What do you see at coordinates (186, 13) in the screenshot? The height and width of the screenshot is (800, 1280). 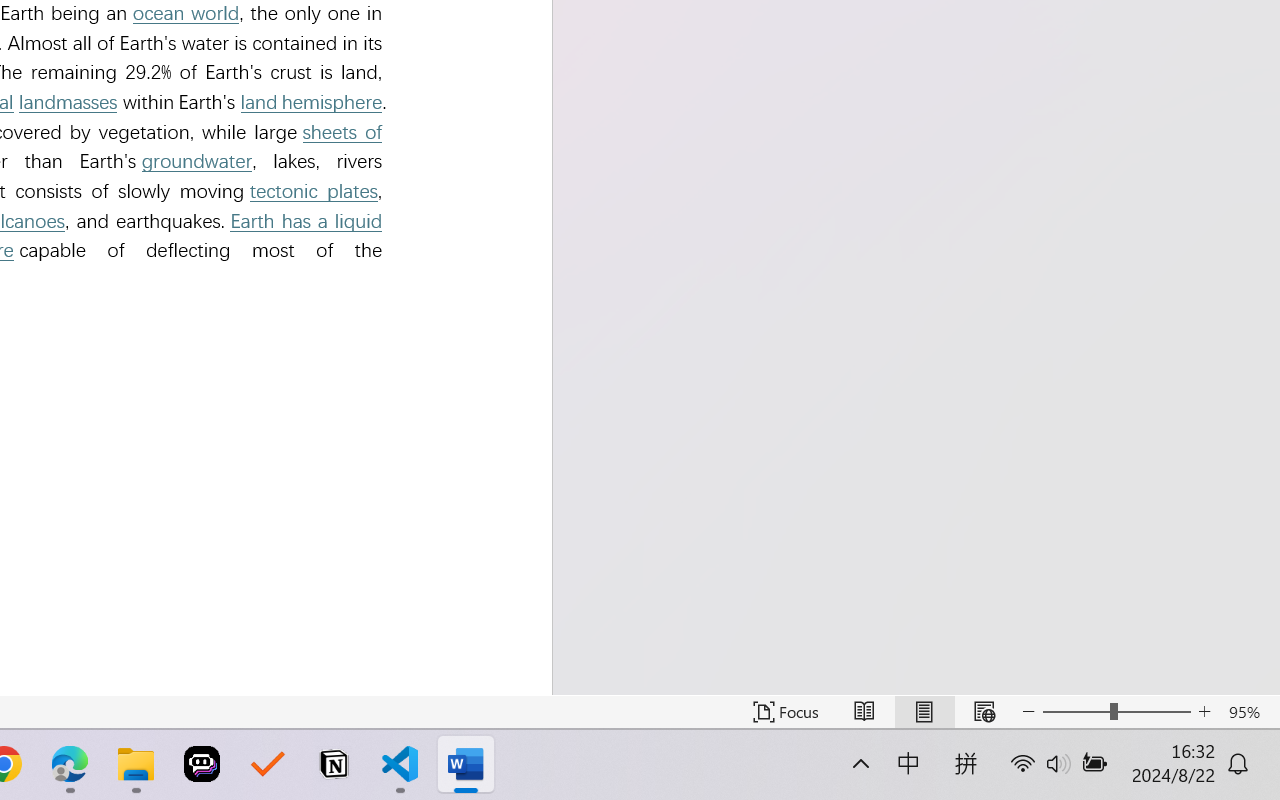 I see `'ocean world'` at bounding box center [186, 13].